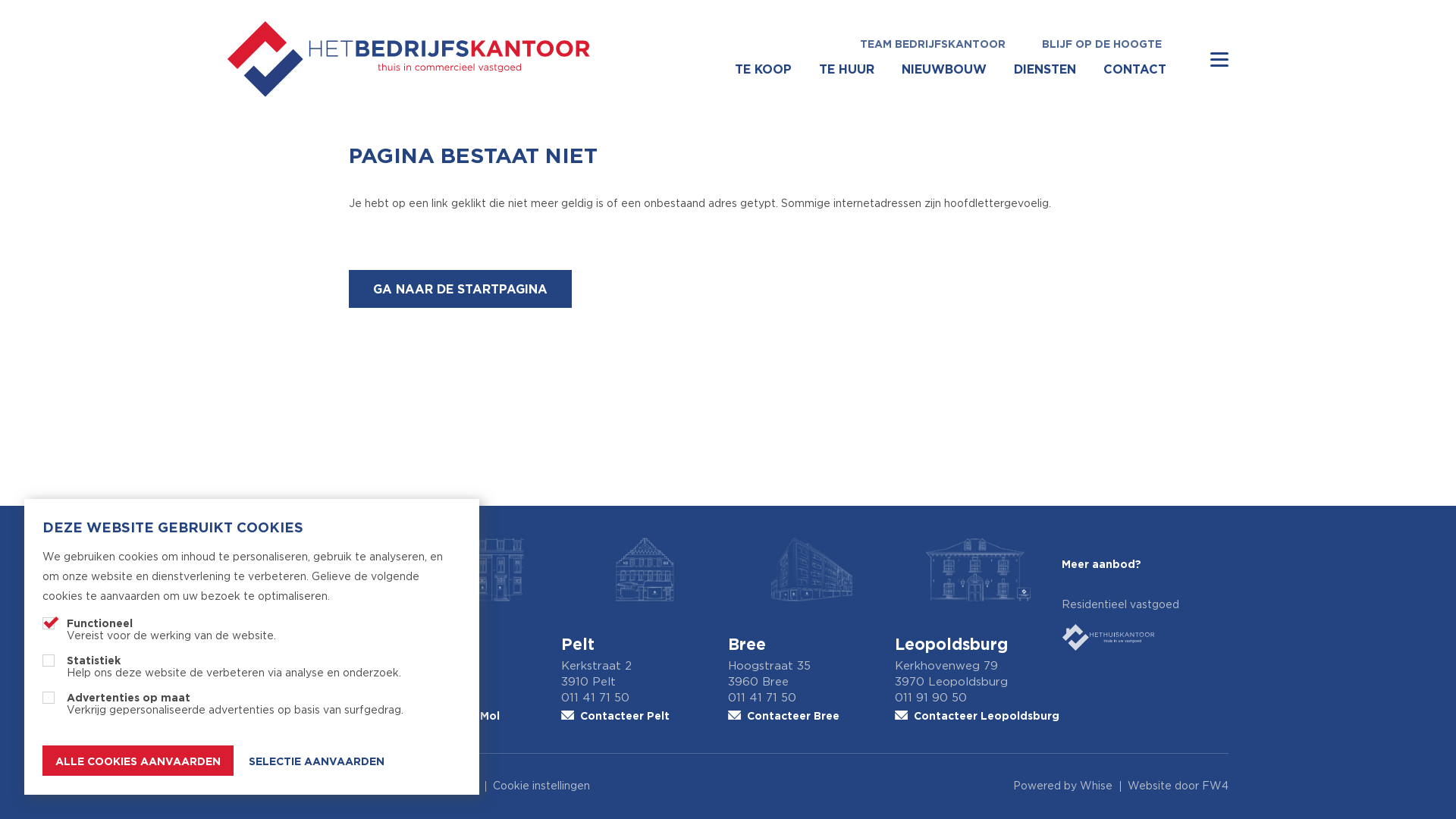 Image resolution: width=1456 pixels, height=819 pixels. I want to click on 'SELECTIE AANVAARDEN', so click(315, 761).